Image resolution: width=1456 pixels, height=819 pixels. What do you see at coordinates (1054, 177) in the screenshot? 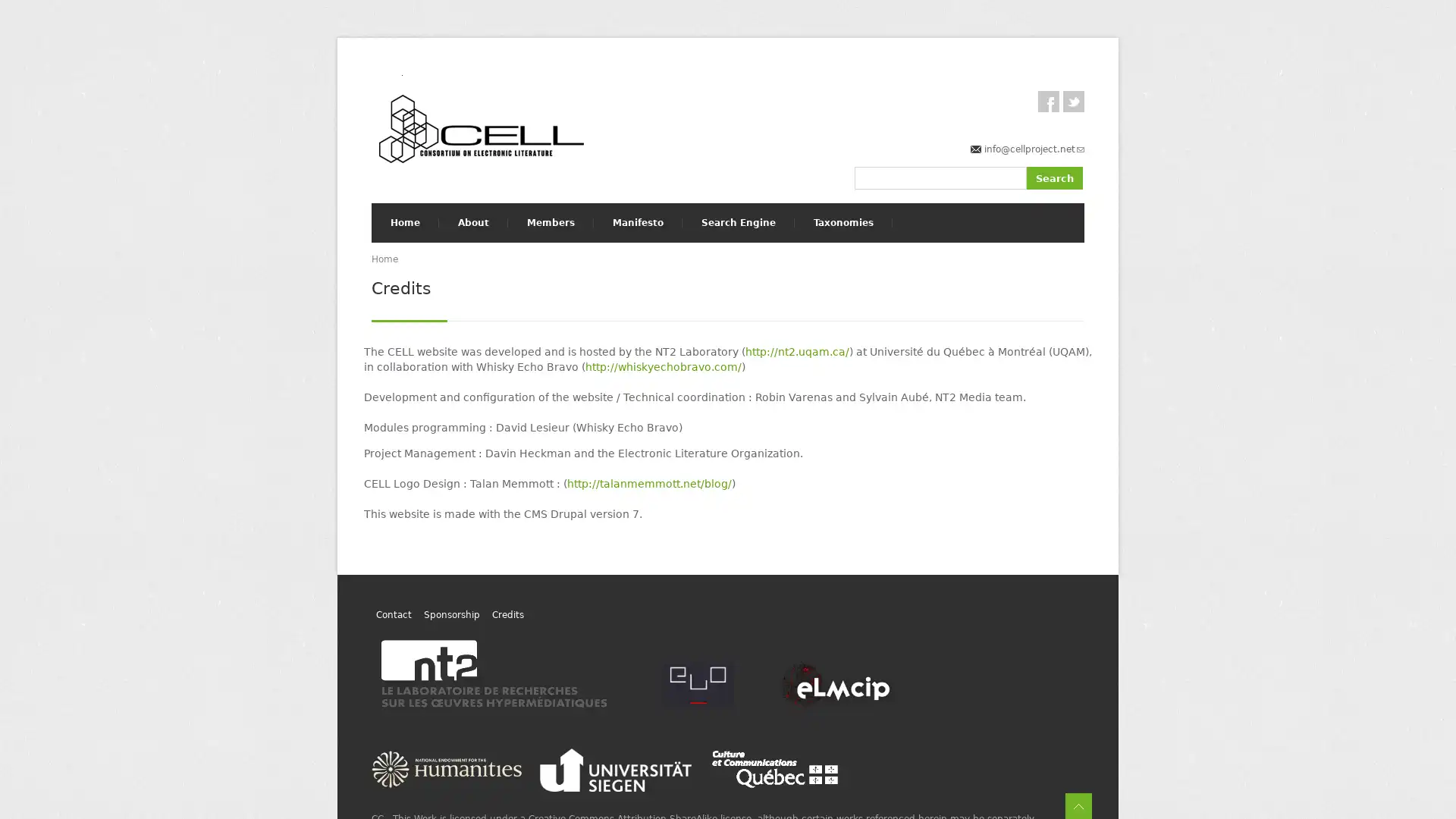
I see `Search` at bounding box center [1054, 177].